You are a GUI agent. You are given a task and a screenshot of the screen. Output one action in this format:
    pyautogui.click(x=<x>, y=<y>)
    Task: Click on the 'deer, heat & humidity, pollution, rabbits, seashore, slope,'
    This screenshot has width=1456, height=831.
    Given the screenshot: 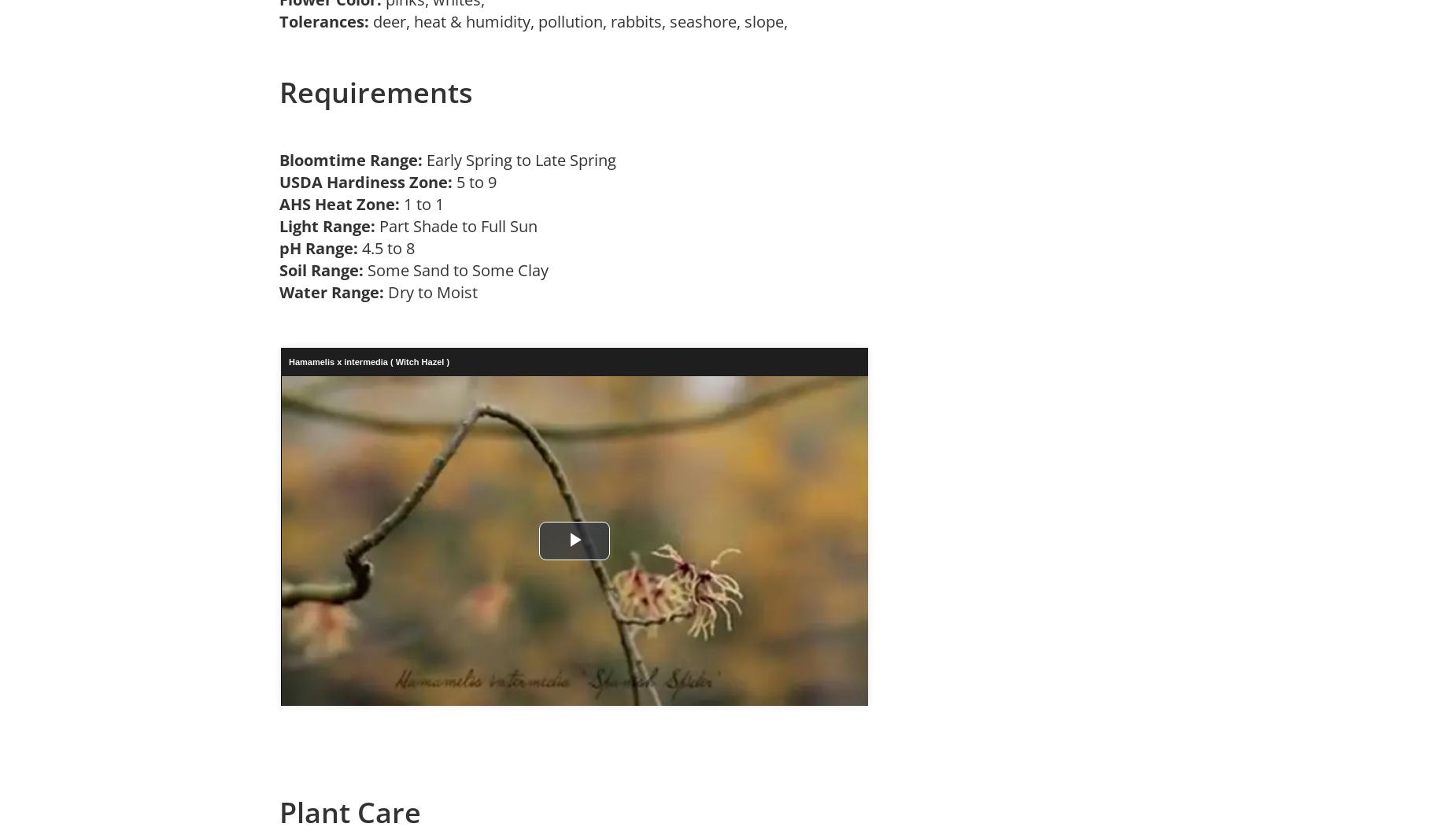 What is the action you would take?
    pyautogui.click(x=582, y=20)
    